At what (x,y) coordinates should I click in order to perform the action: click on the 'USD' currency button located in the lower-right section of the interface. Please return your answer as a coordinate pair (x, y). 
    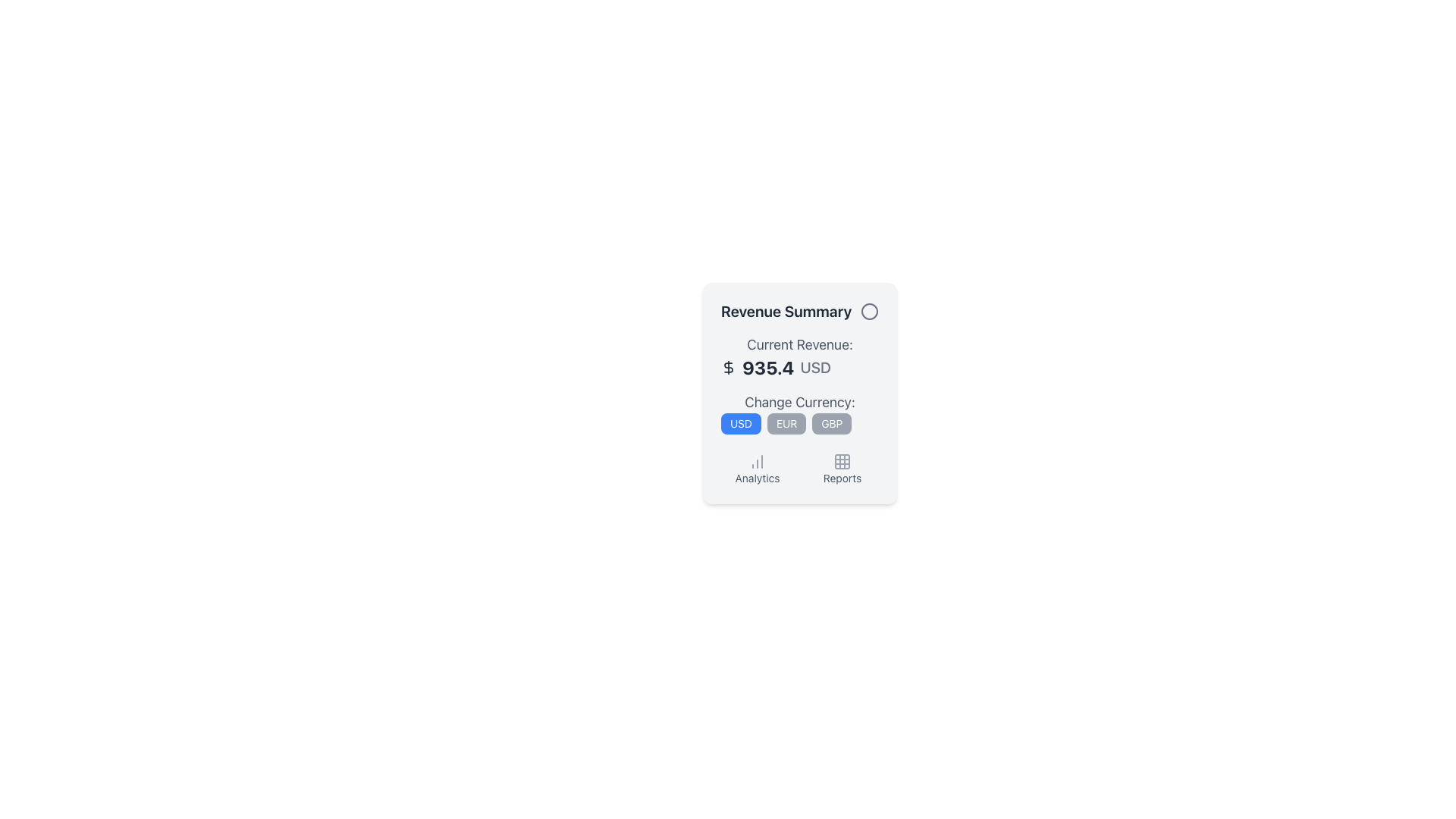
    Looking at the image, I should click on (741, 424).